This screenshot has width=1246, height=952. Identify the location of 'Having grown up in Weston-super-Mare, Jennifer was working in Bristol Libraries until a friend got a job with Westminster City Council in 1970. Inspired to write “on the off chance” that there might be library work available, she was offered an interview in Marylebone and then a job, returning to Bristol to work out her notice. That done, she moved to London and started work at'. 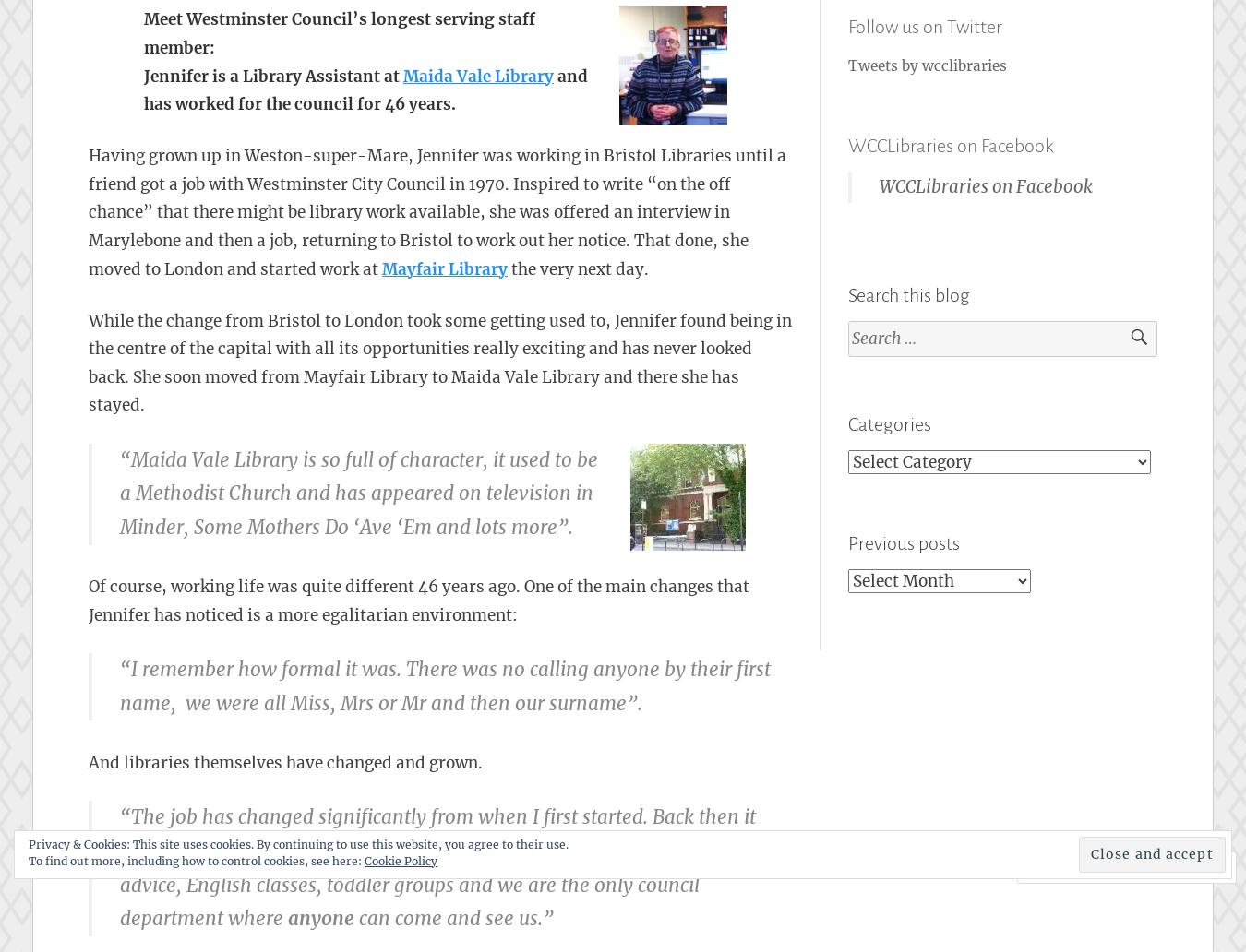
(436, 211).